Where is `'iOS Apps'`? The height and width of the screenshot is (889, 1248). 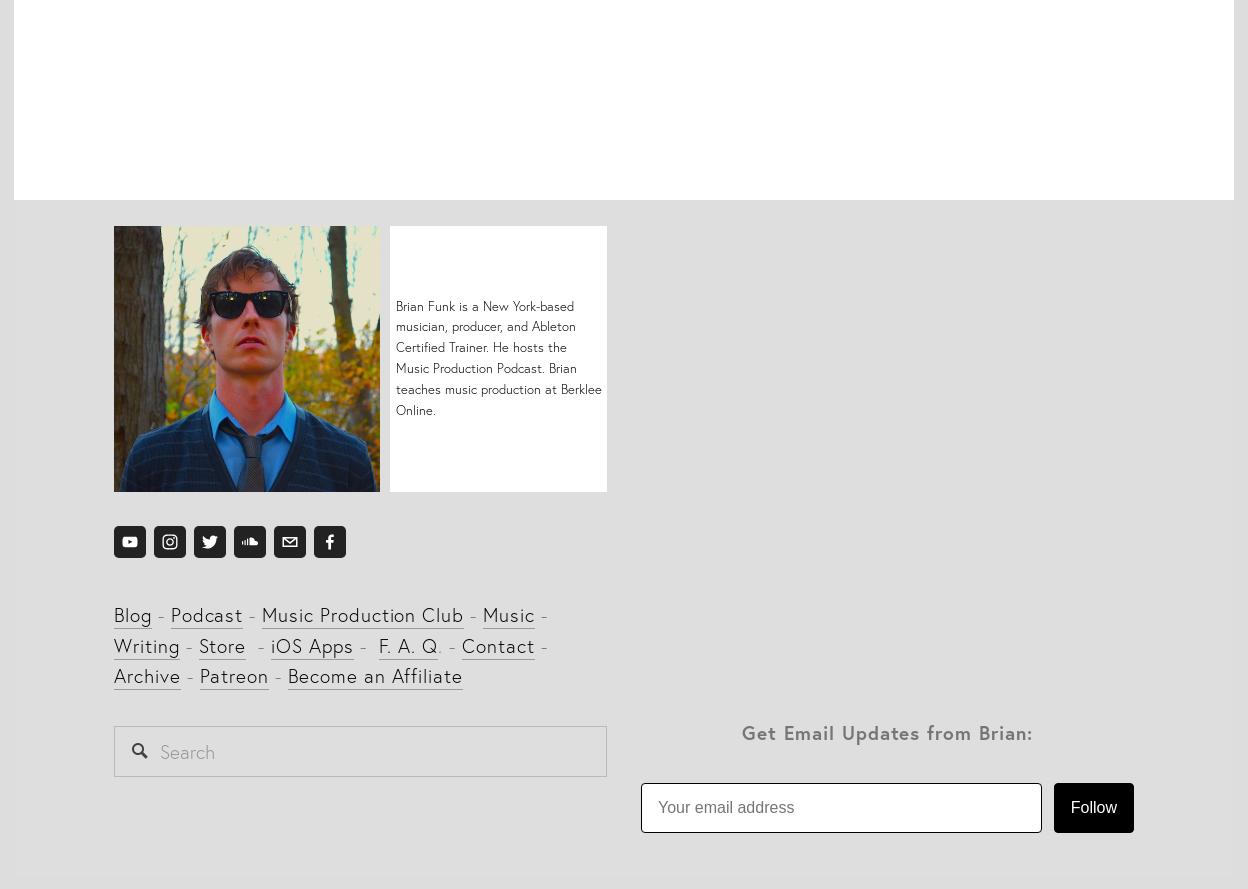 'iOS Apps' is located at coordinates (312, 644).